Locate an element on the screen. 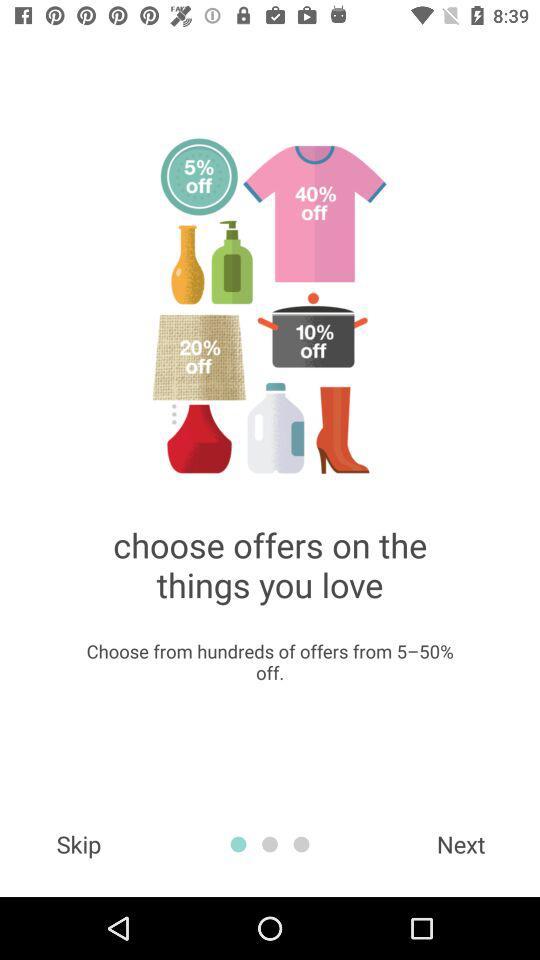  the item below the choose from hundreds icon is located at coordinates (77, 843).